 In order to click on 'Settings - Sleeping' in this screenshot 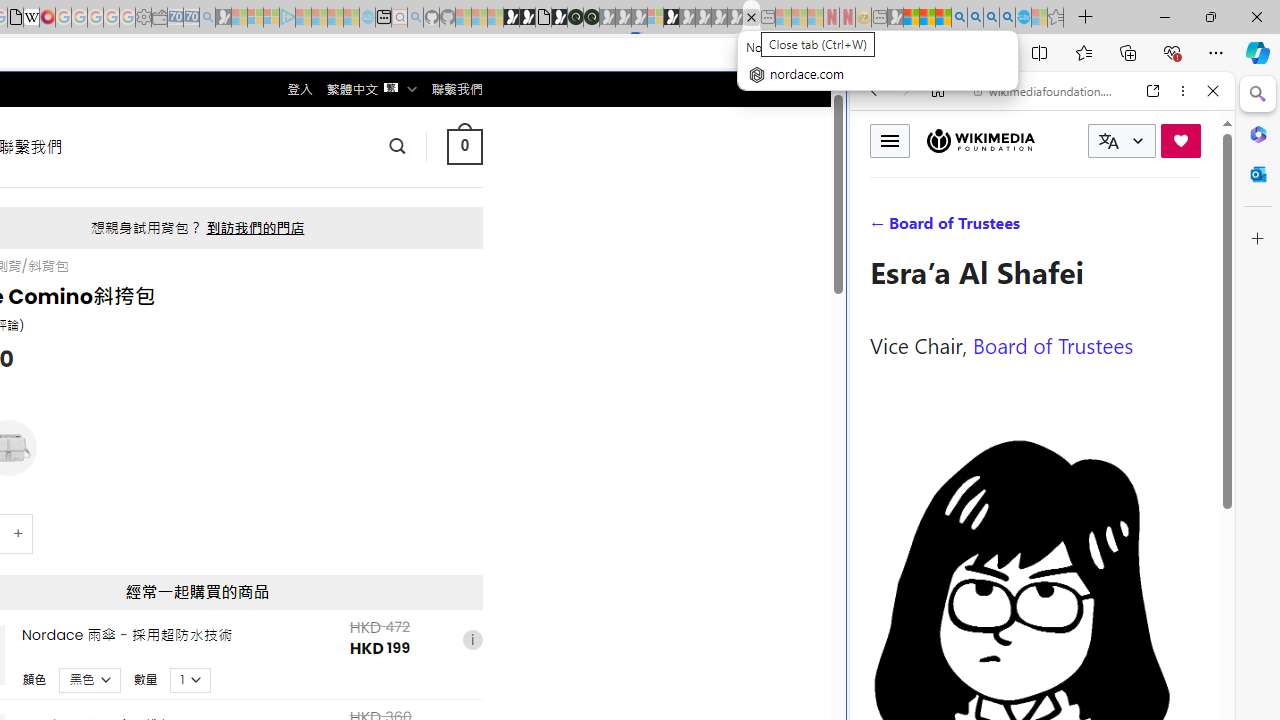, I will do `click(142, 17)`.